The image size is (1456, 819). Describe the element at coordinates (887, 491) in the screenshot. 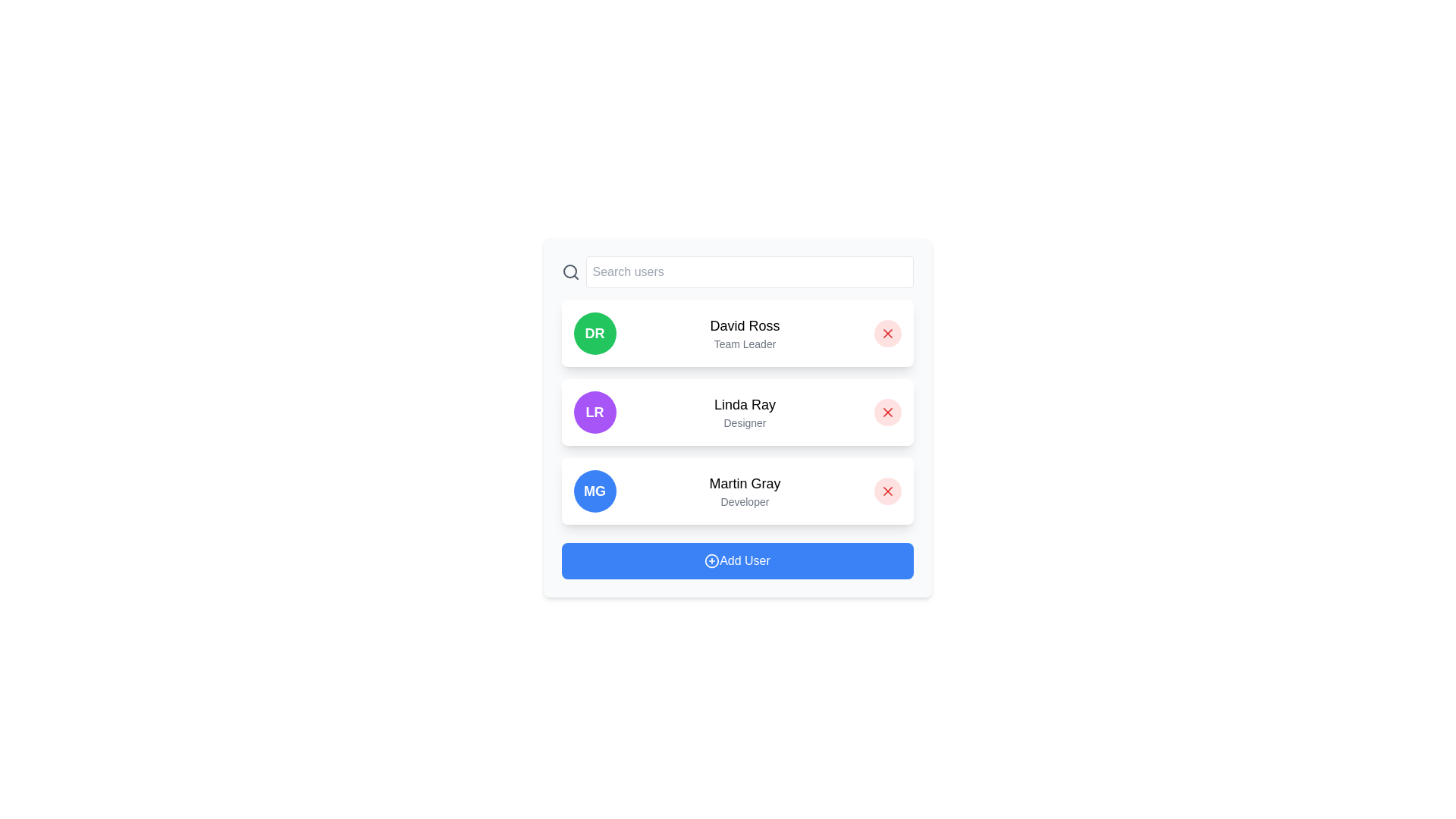

I see `the third close icon on the far-right side of the user list item labeled 'Martin Gray'` at that location.